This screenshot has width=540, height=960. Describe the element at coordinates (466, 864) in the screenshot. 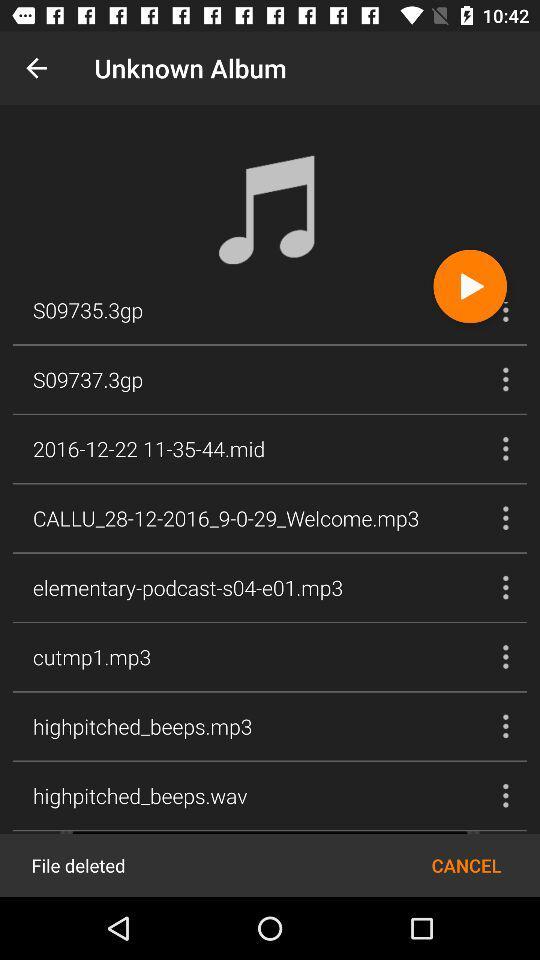

I see `item to the right of the file deleted` at that location.